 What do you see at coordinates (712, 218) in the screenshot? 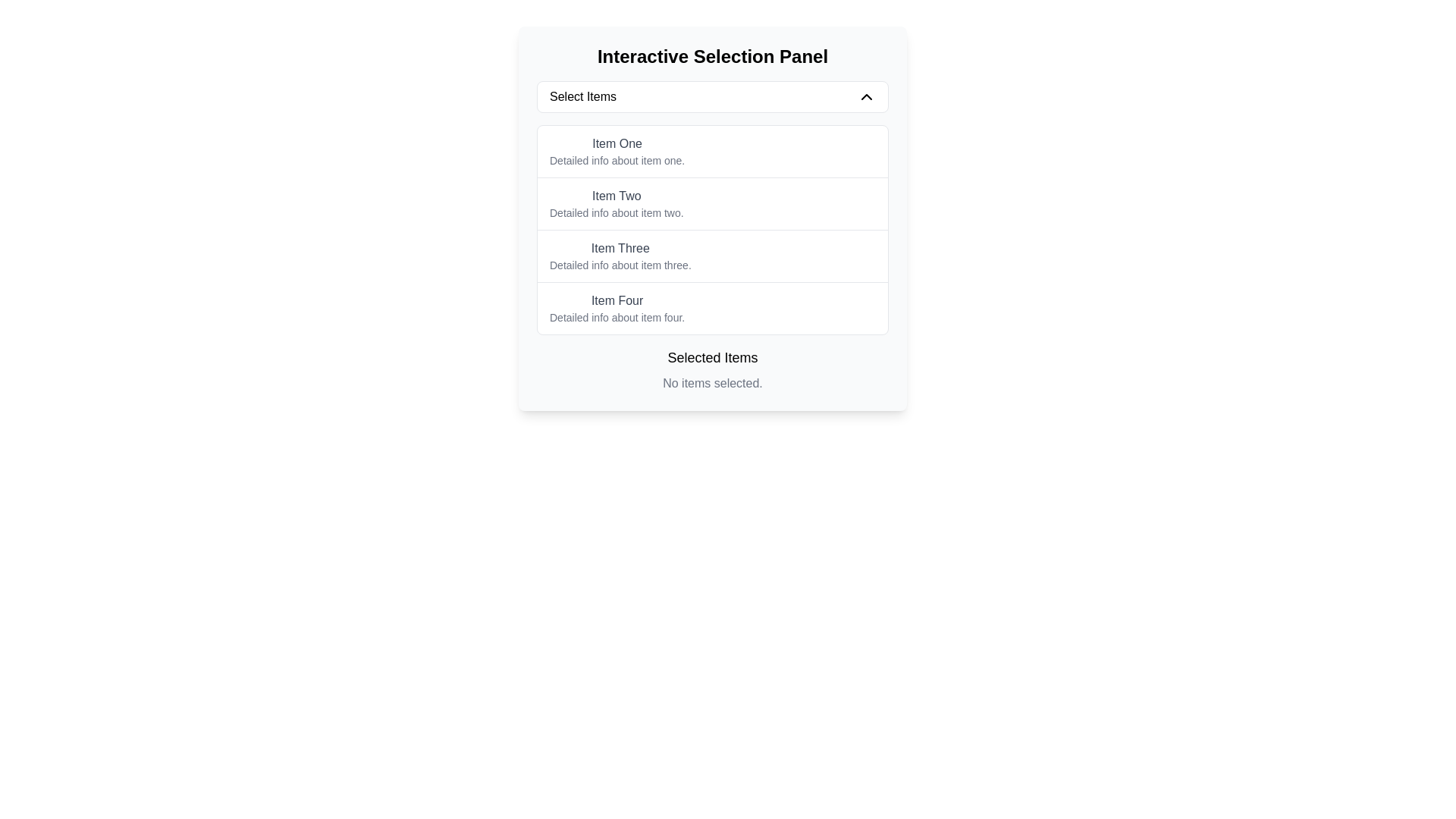
I see `the second selectable row titled 'Item Two' in the 'Interactive Selection Panel'` at bounding box center [712, 218].